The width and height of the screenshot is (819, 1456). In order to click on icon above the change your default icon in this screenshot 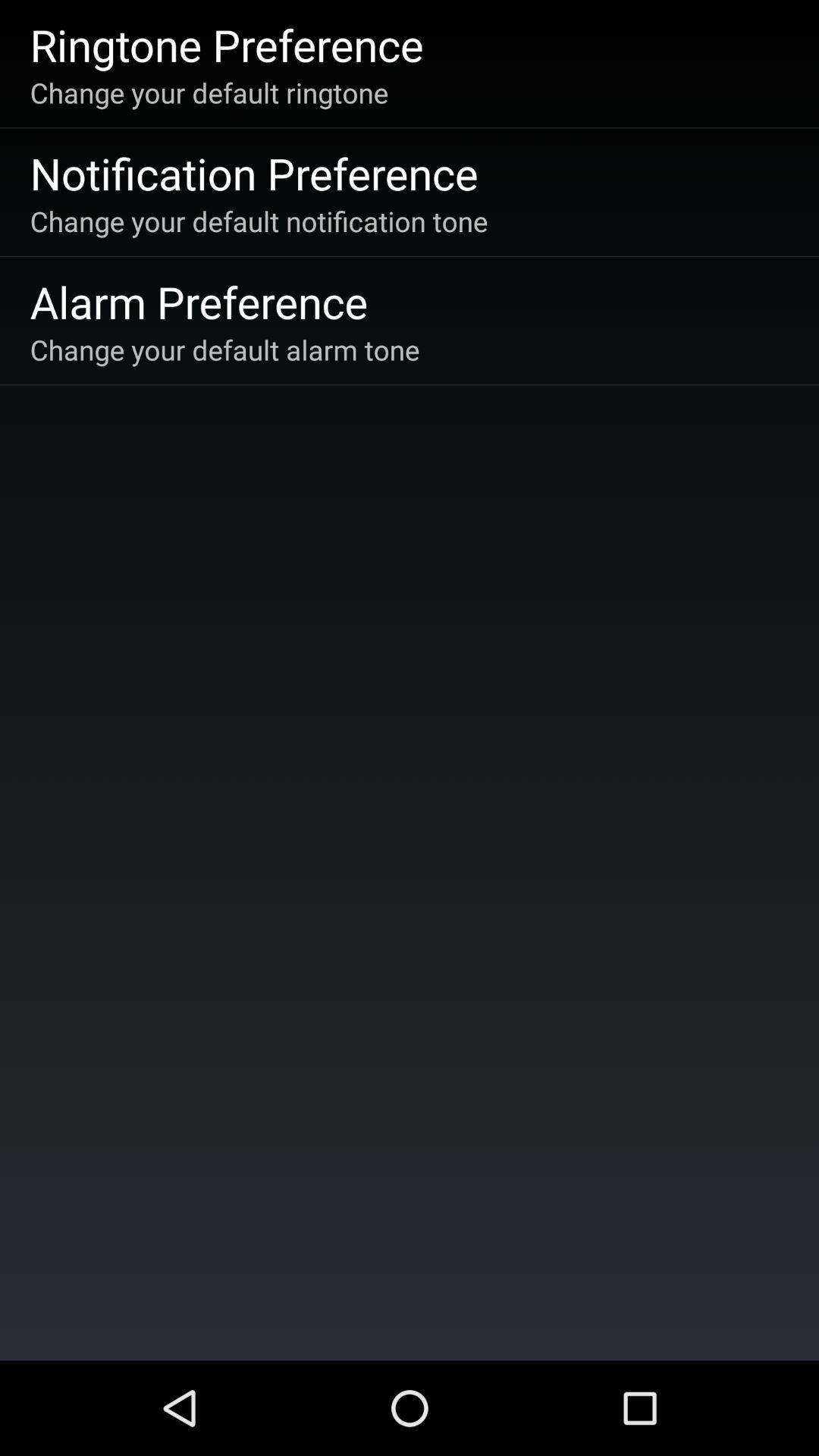, I will do `click(198, 301)`.